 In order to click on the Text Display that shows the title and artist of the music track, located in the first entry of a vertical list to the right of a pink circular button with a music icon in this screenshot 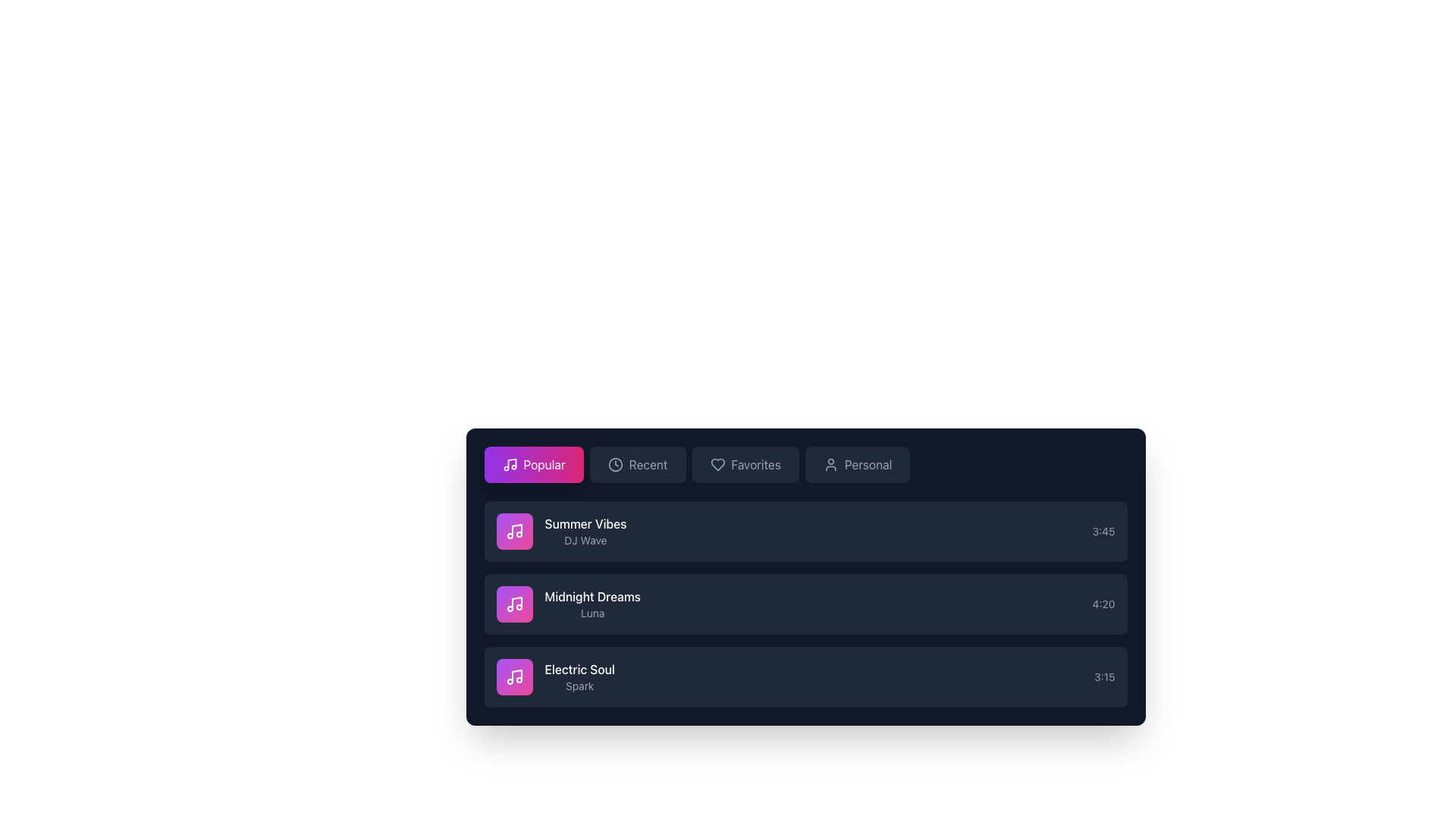, I will do `click(585, 531)`.